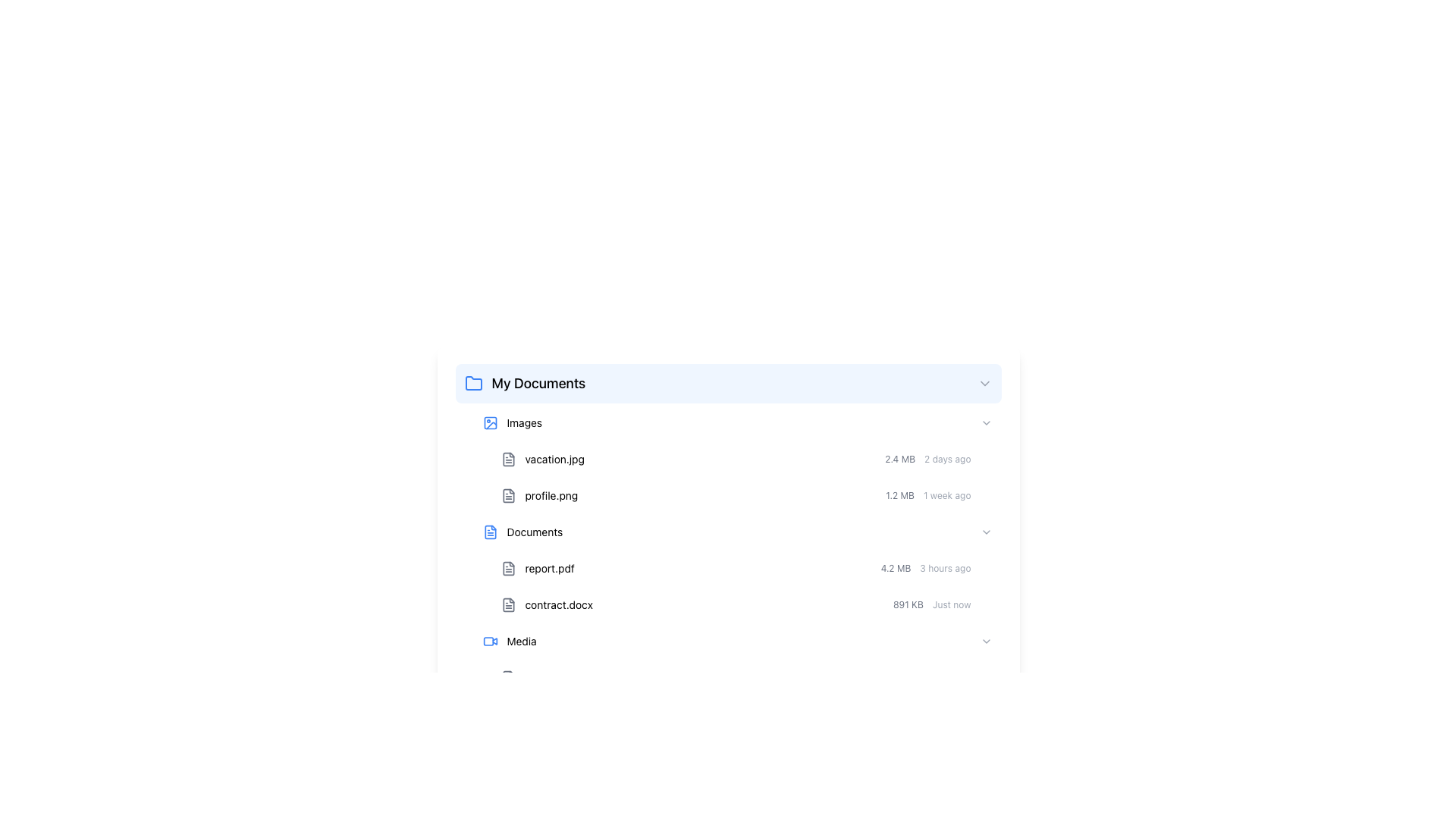 This screenshot has height=819, width=1456. I want to click on the 'Documents' folder icon or text in the second row of the list view under 'My Documents', so click(522, 532).